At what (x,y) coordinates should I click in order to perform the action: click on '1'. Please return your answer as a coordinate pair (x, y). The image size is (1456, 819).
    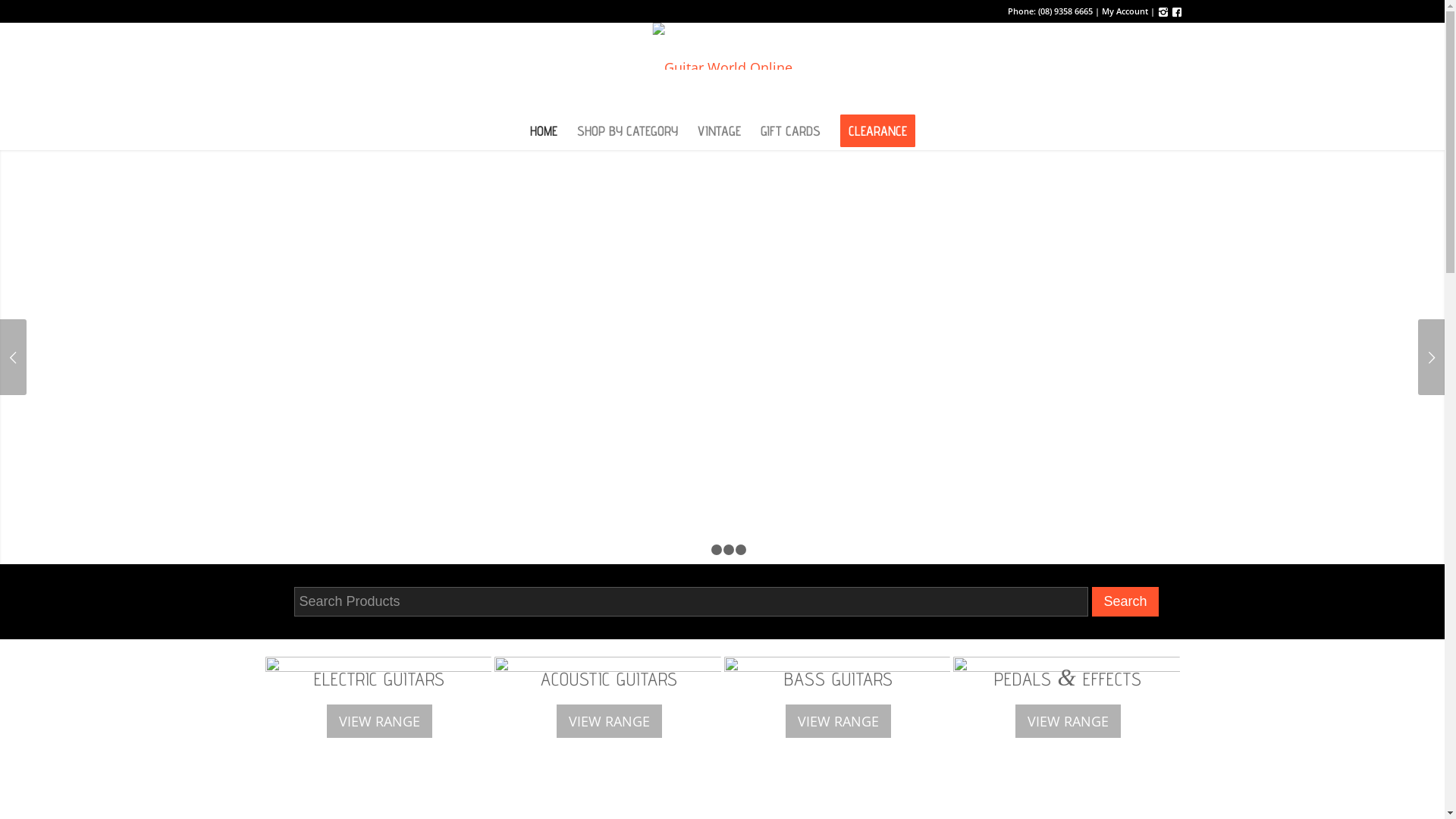
    Looking at the image, I should click on (704, 550).